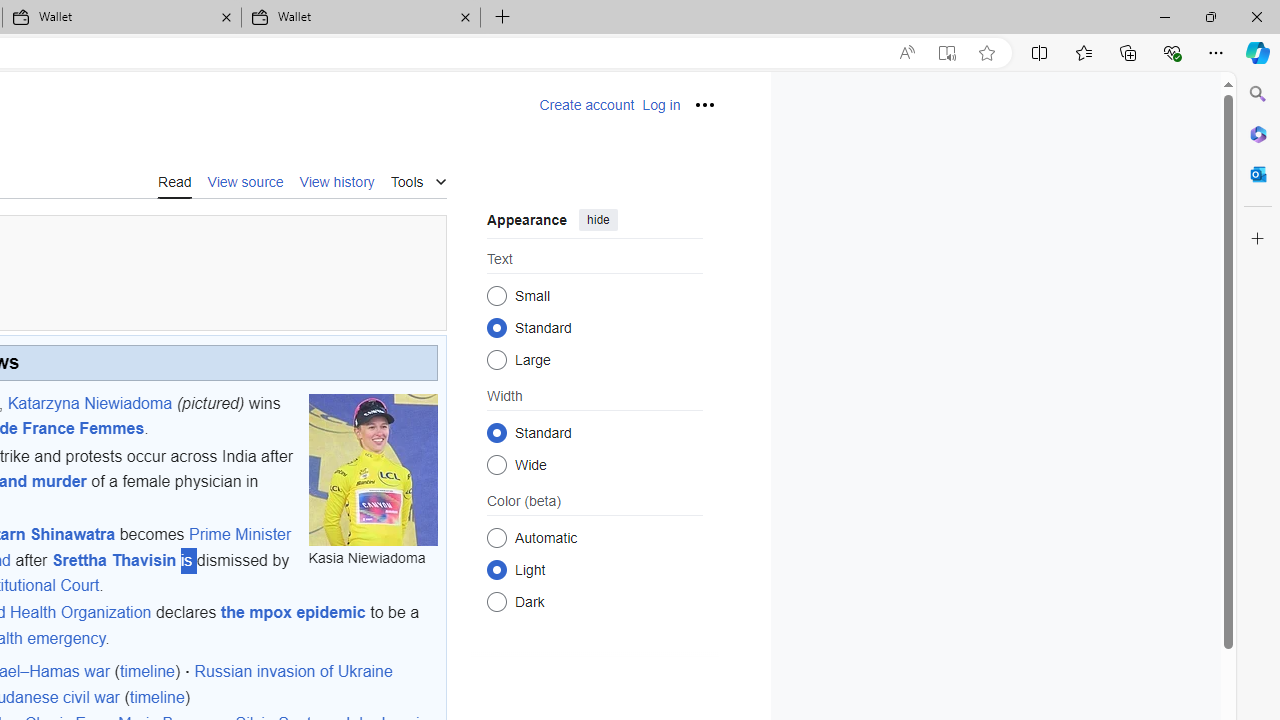 The width and height of the screenshot is (1280, 720). I want to click on 'Kasia Niewiadoma', so click(373, 469).